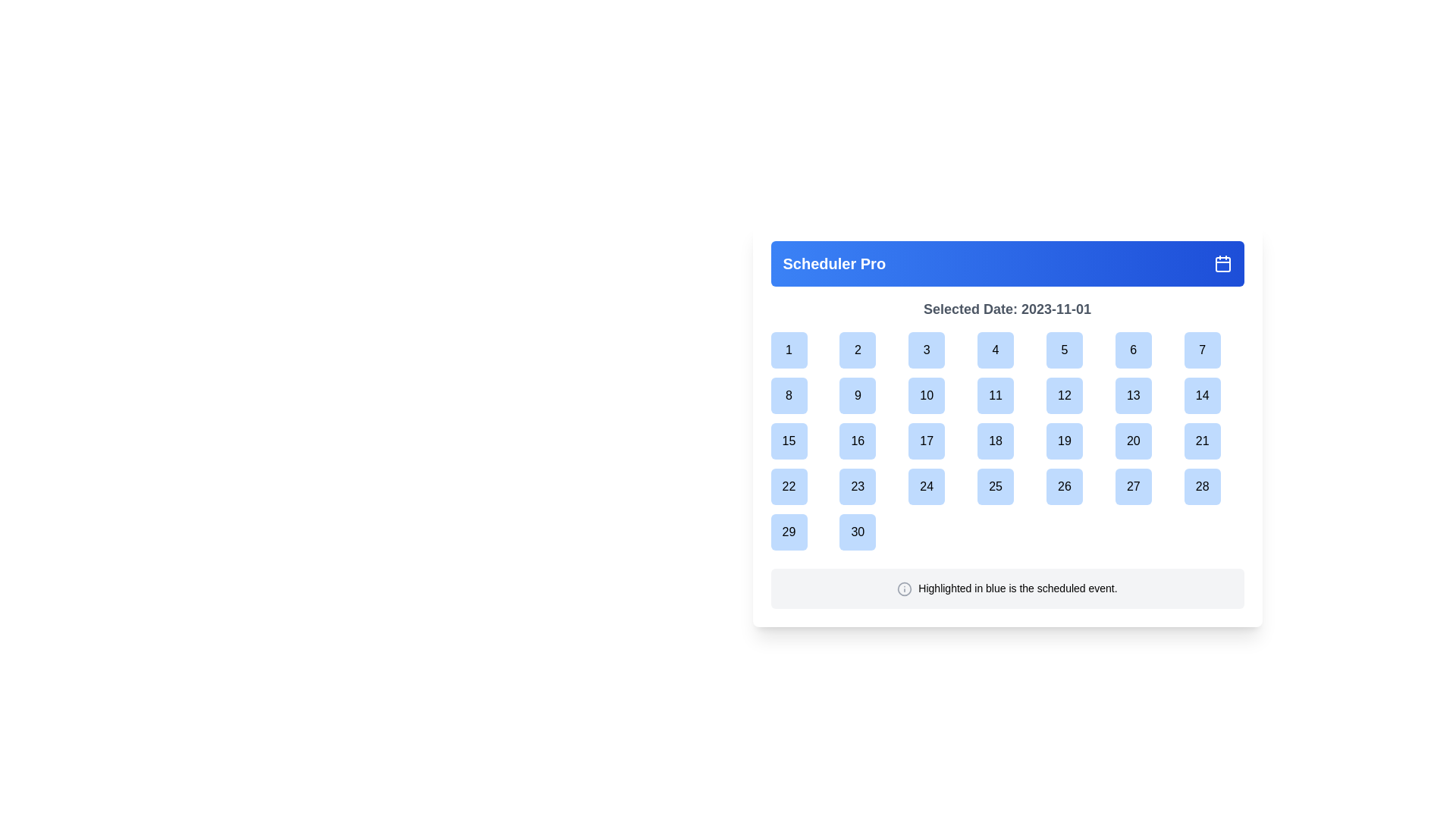 This screenshot has width=1456, height=819. Describe the element at coordinates (1075, 350) in the screenshot. I see `the Calendar Date Cell displaying the number '5'` at that location.